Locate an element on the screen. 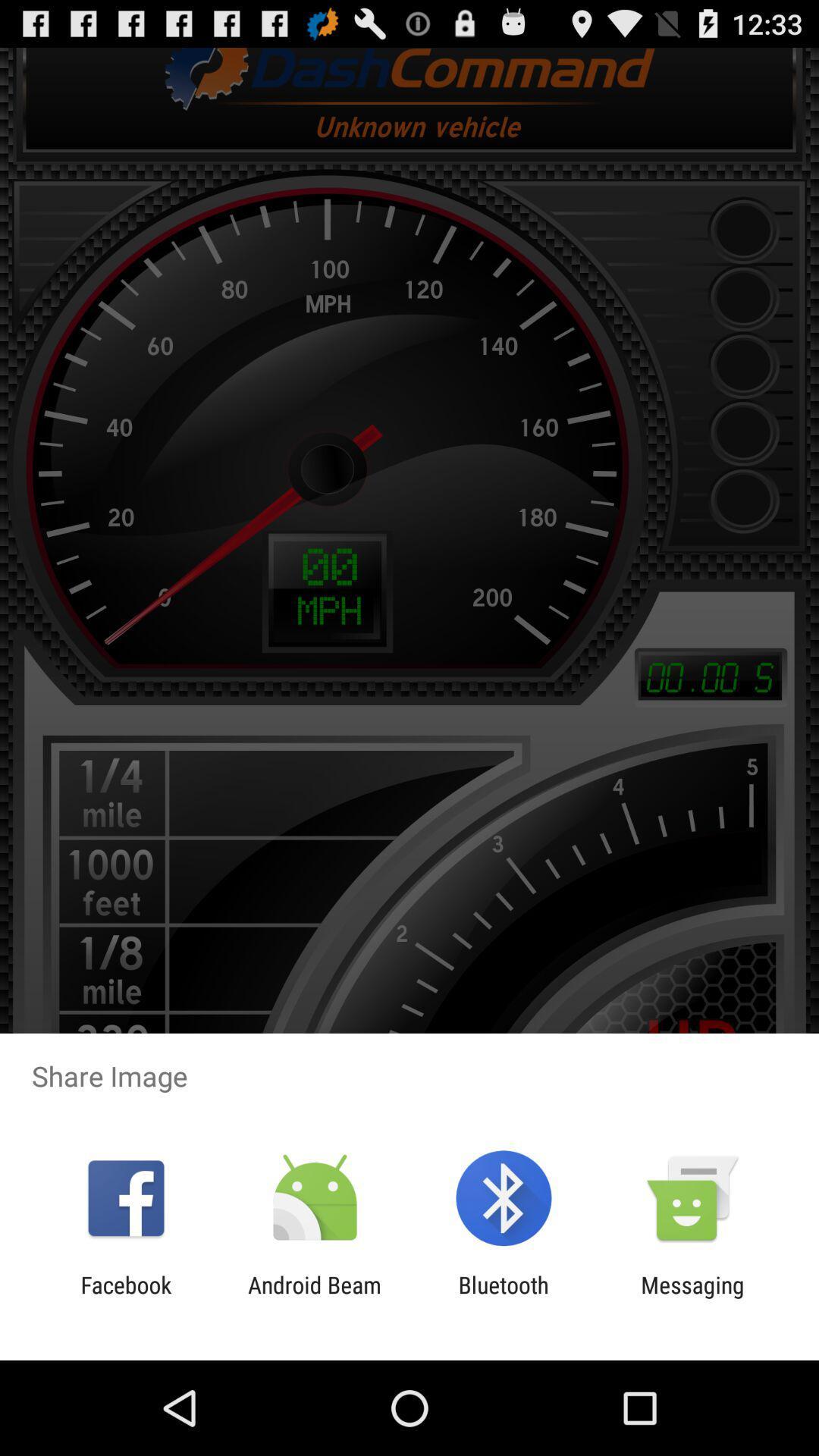 The image size is (819, 1456). the facebook app is located at coordinates (125, 1298).